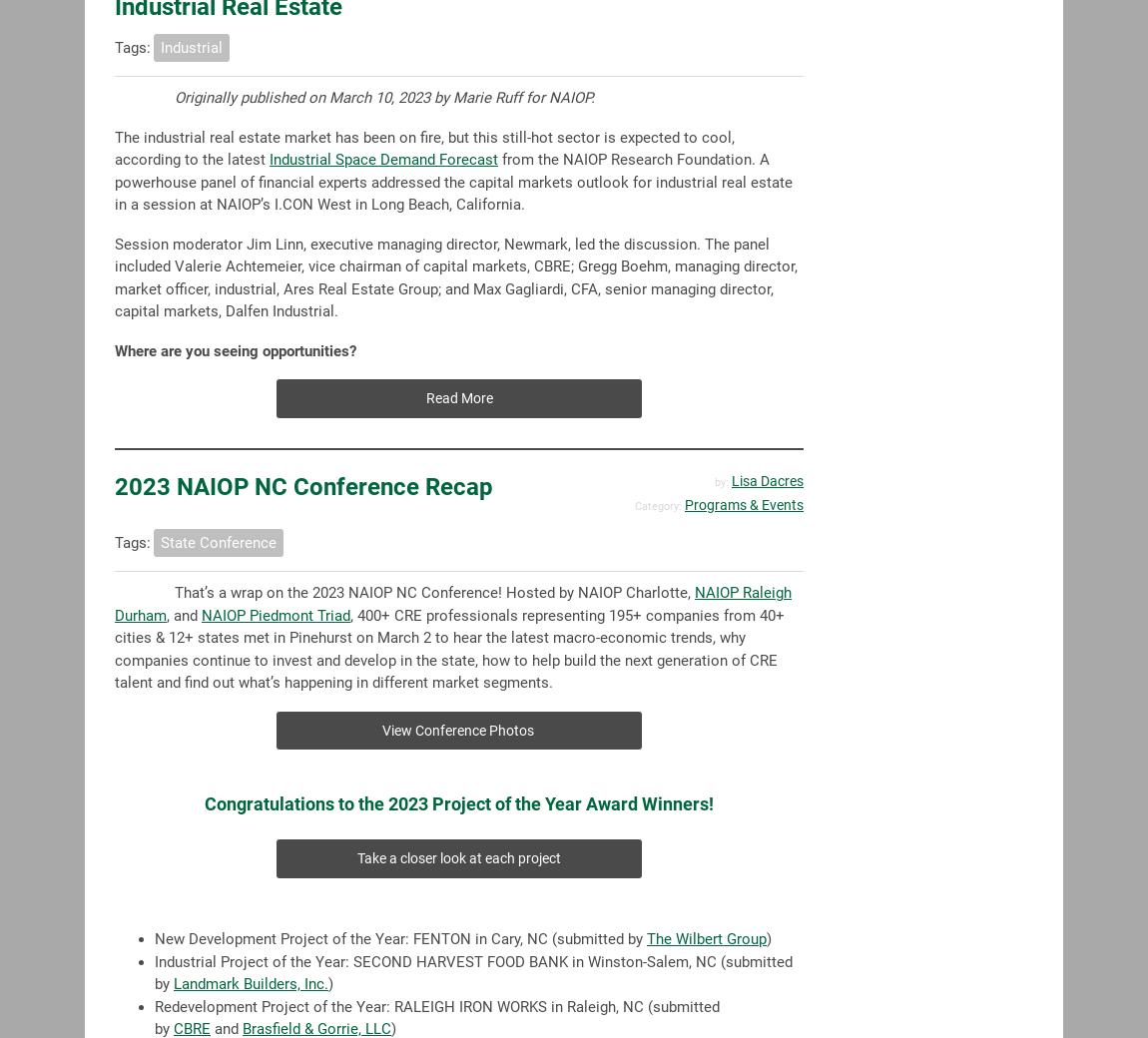  I want to click on 'Programs & Events', so click(743, 504).